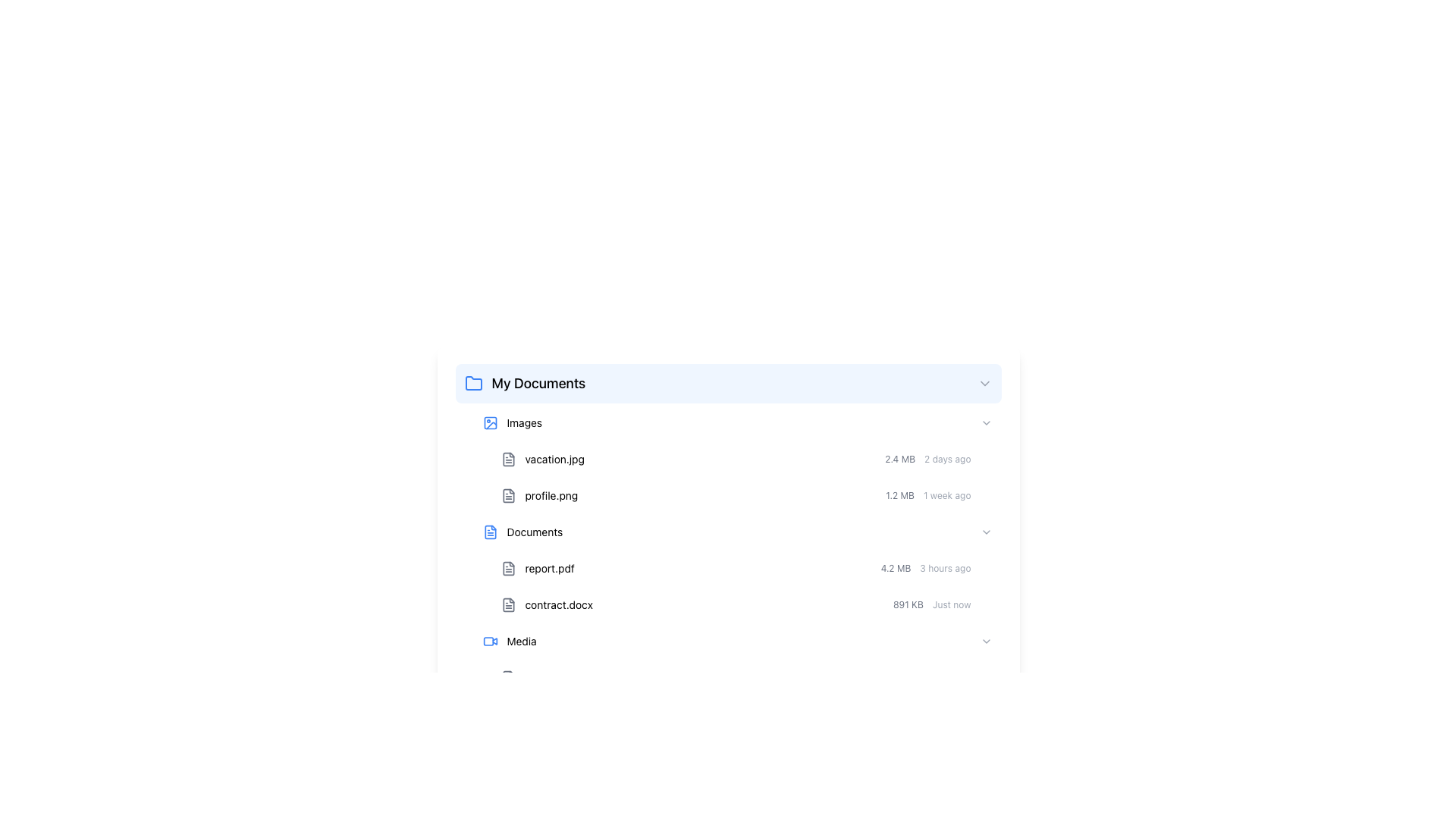 Image resolution: width=1456 pixels, height=819 pixels. Describe the element at coordinates (524, 423) in the screenshot. I see `the 'Images' text label, which serves as a category indication in the folder navigation system` at that location.